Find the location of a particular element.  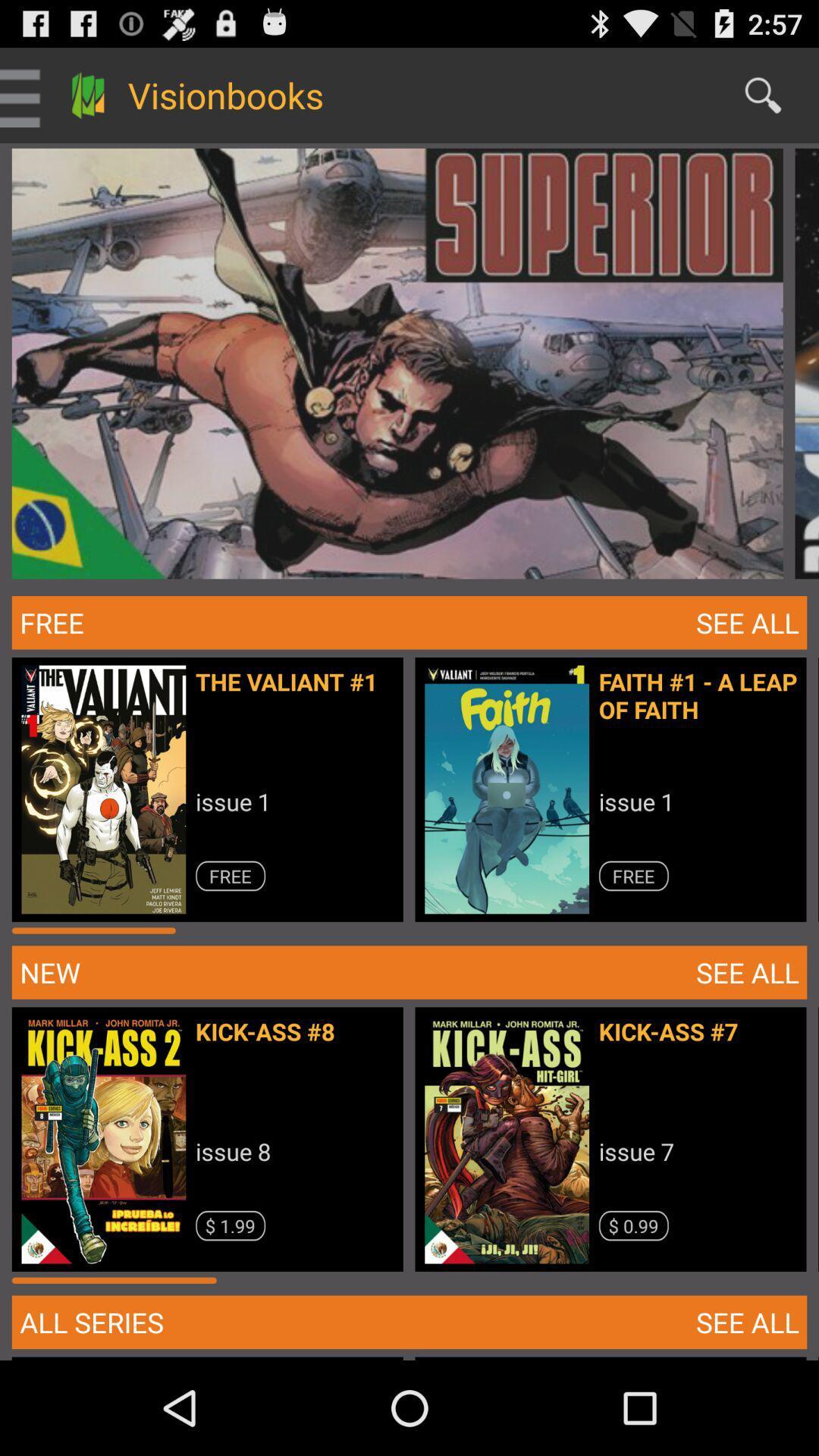

icon next to visionbooks icon is located at coordinates (763, 94).